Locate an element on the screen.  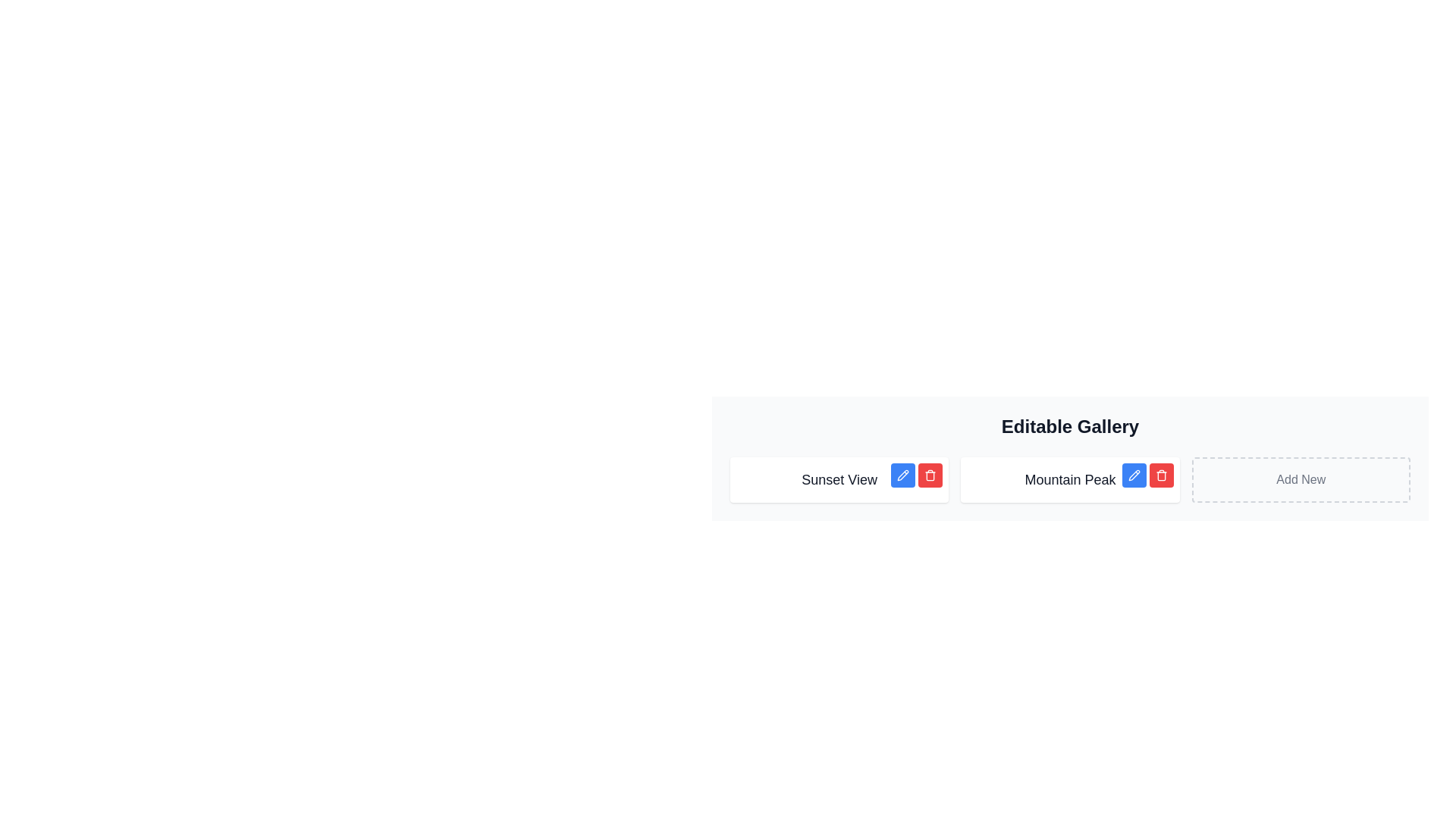
the red trash button in the button group adjacent to the 'Sunset View' label is located at coordinates (916, 475).